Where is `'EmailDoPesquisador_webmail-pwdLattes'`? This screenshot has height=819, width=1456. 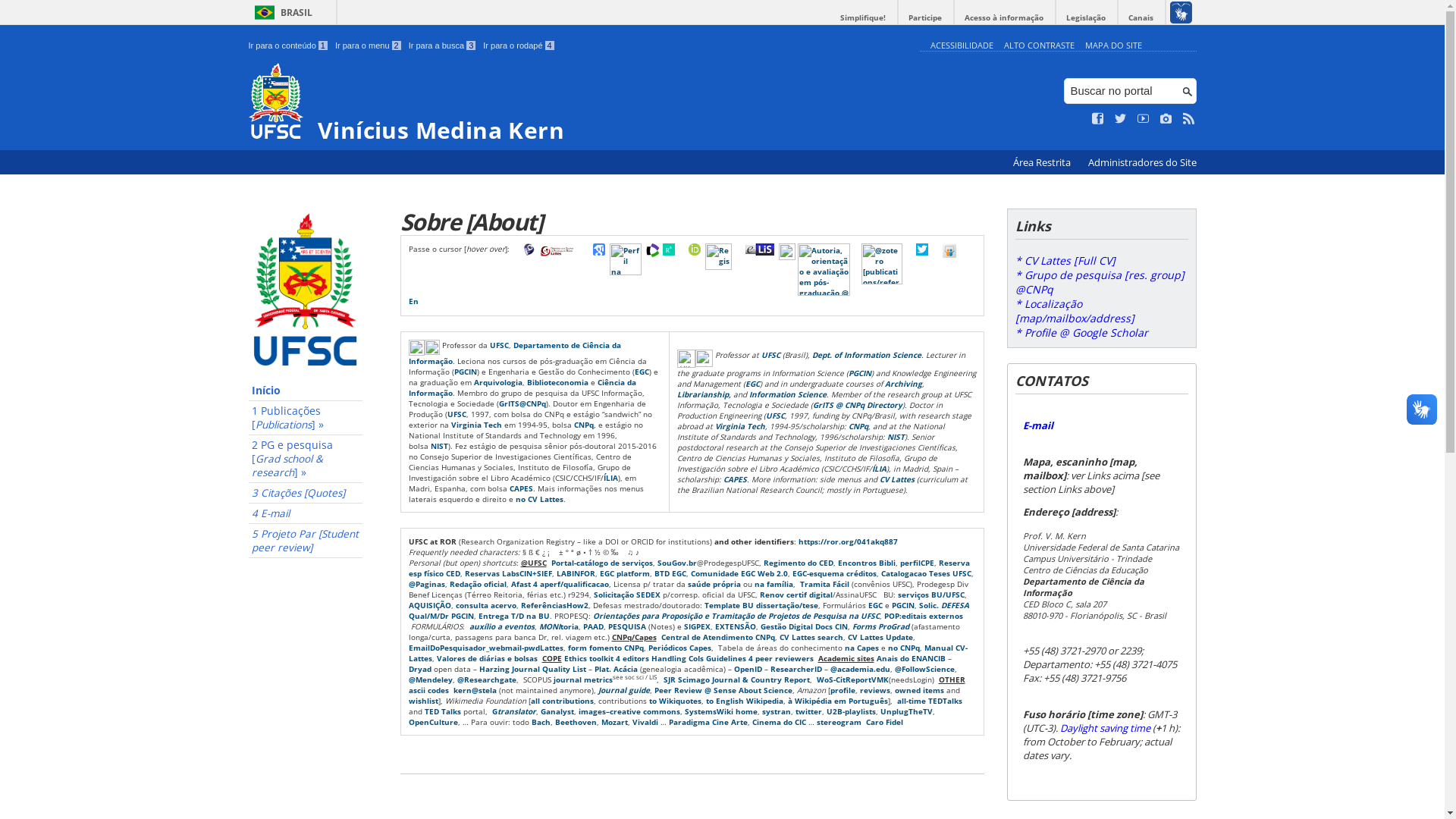 'EmailDoPesquisador_webmail-pwdLattes' is located at coordinates (484, 647).